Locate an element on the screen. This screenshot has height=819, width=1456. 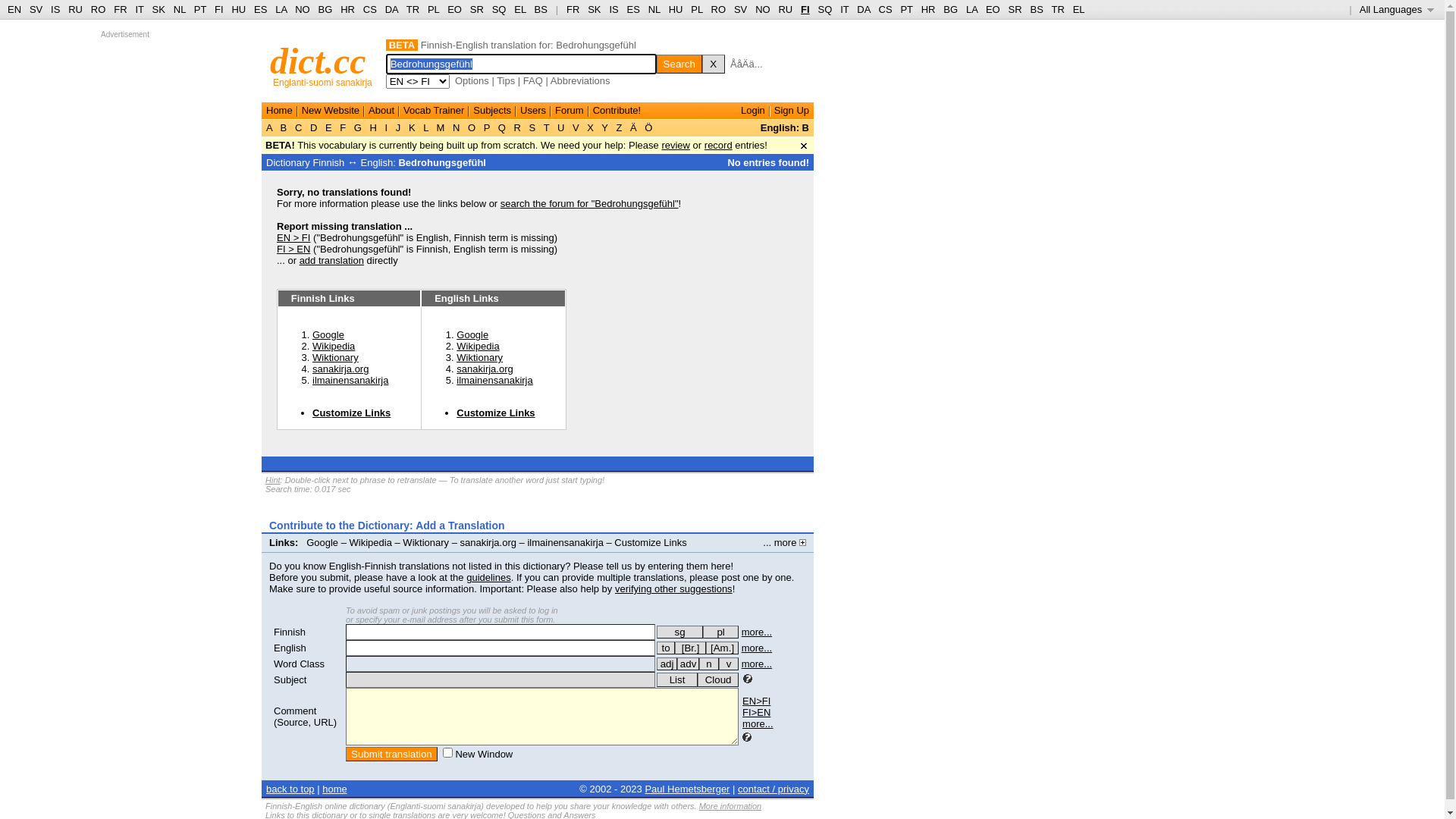
'FI > EN' is located at coordinates (293, 248).